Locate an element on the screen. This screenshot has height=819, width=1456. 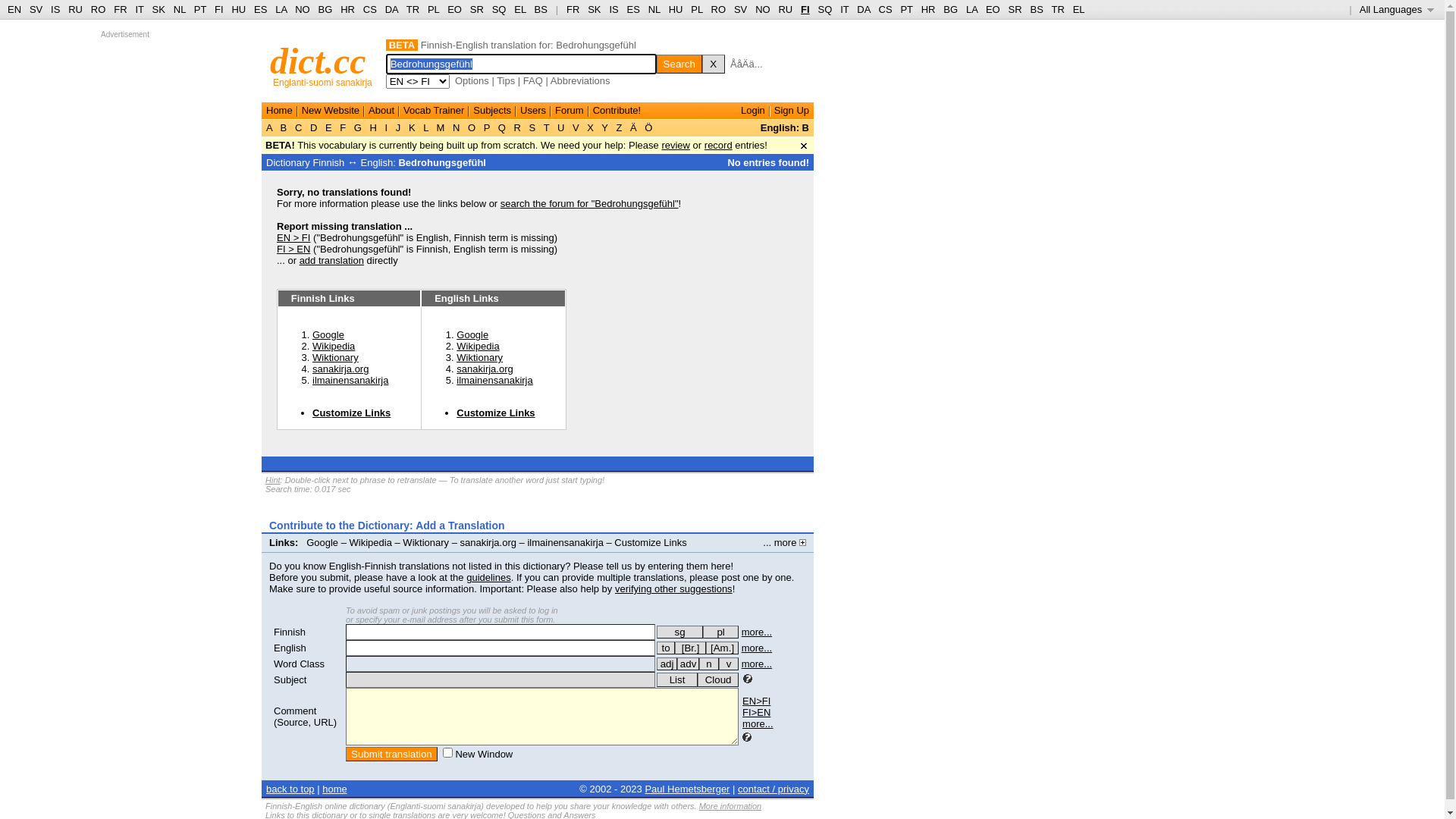
'FI > EN' is located at coordinates (293, 248).